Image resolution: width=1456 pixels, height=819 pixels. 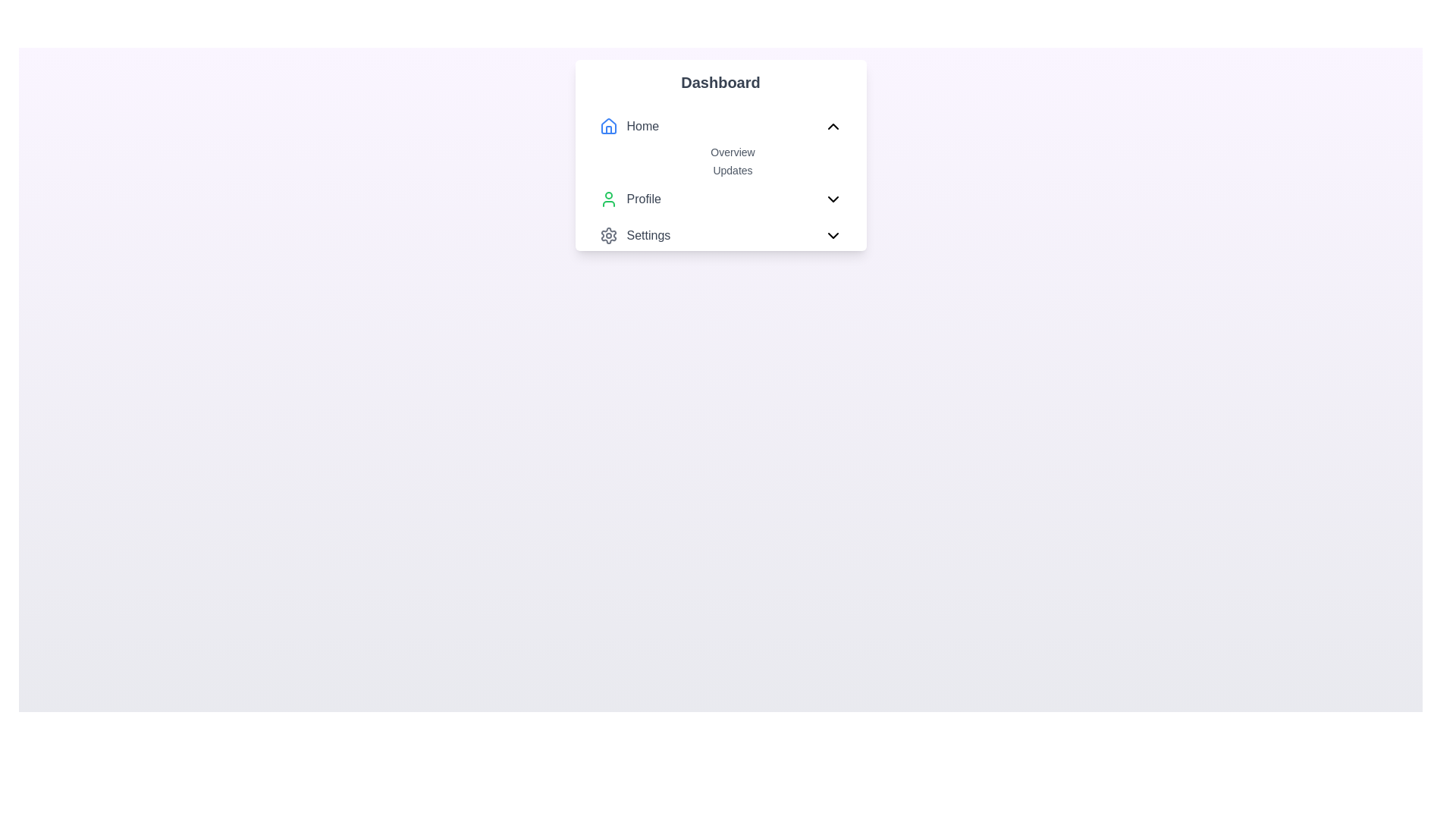 I want to click on the 'Home' icon, so click(x=608, y=125).